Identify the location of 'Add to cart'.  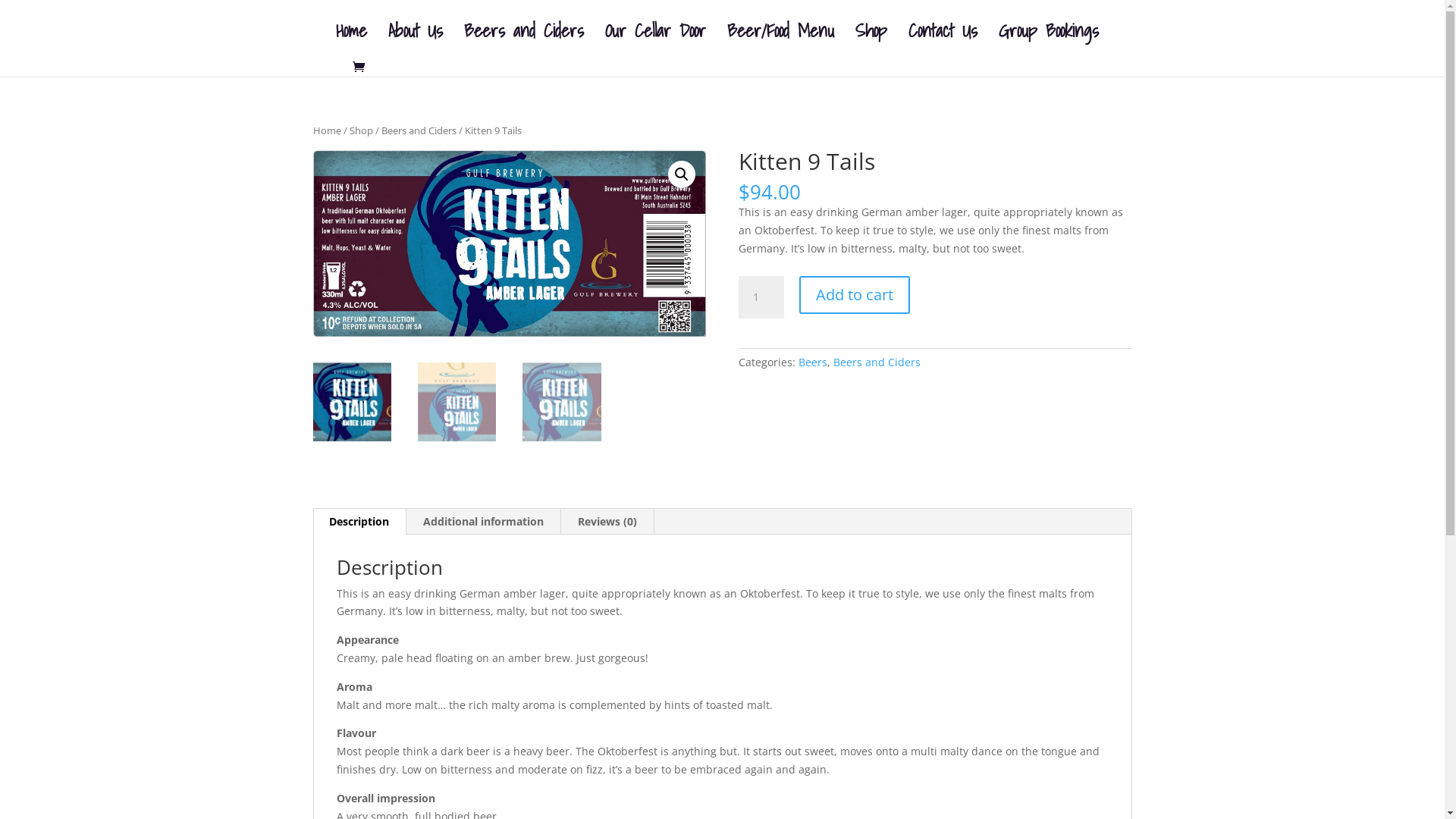
(855, 295).